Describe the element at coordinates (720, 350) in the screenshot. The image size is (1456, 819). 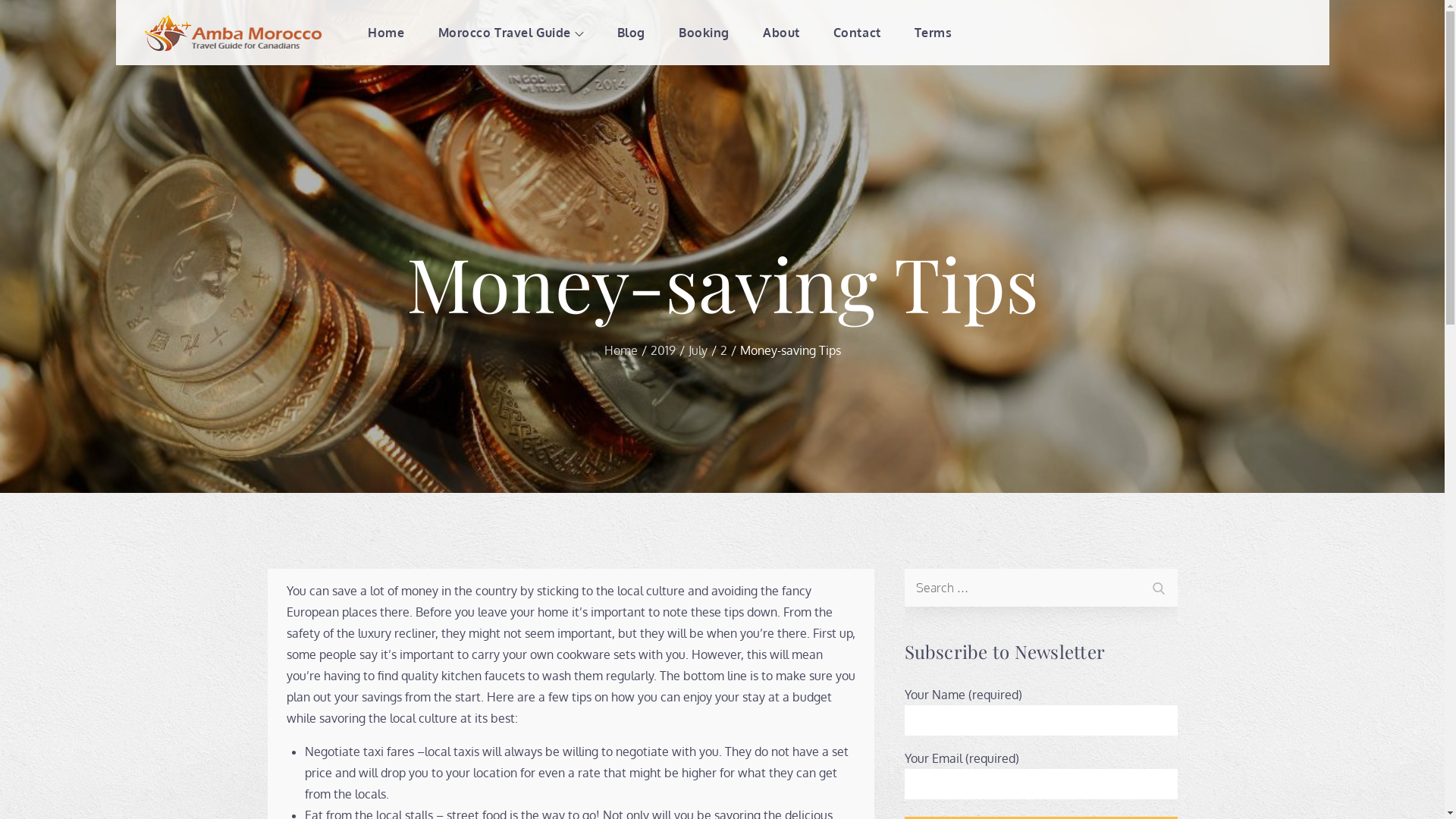
I see `'2'` at that location.